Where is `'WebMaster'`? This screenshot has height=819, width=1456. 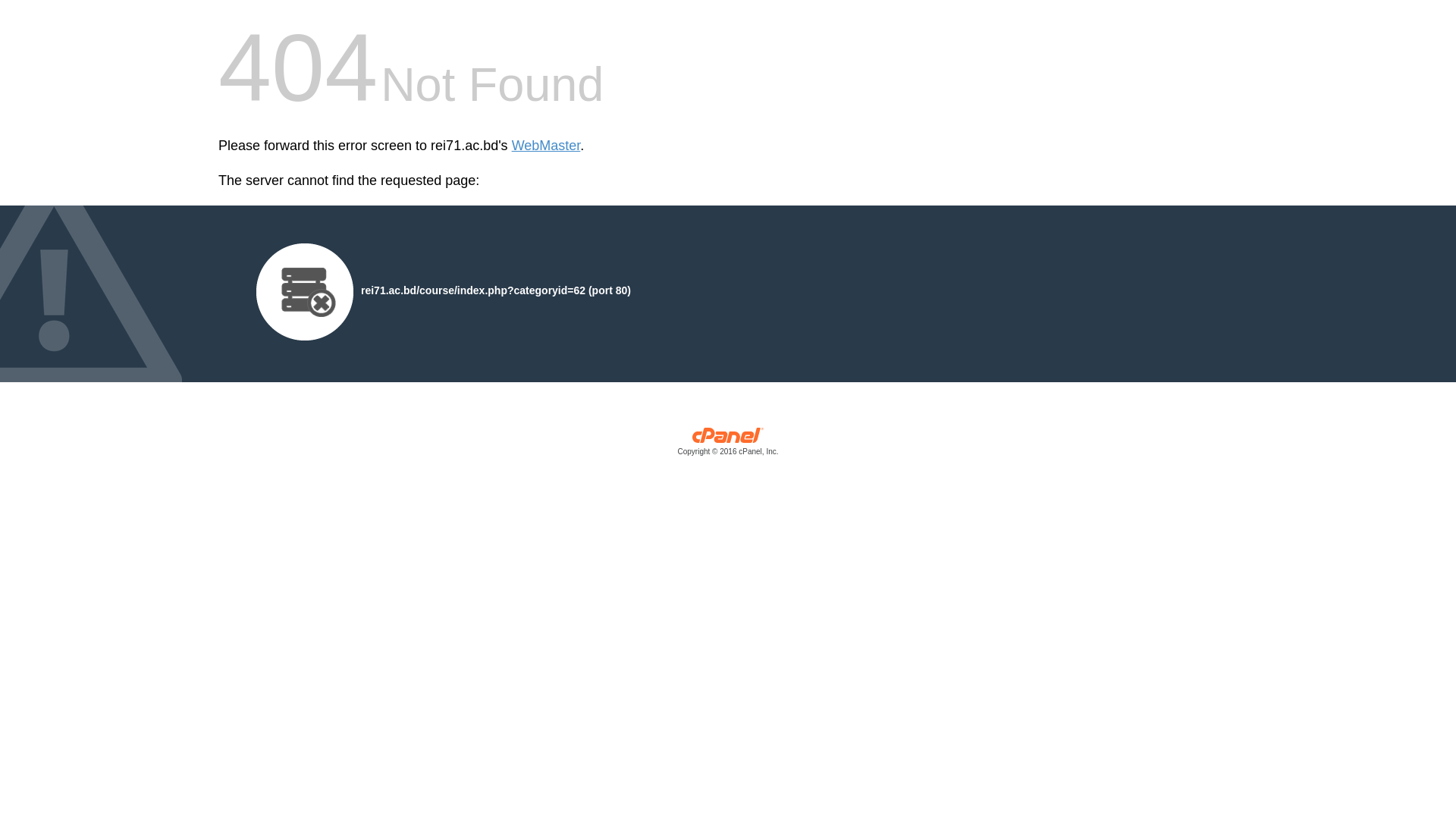
'WebMaster' is located at coordinates (546, 146).